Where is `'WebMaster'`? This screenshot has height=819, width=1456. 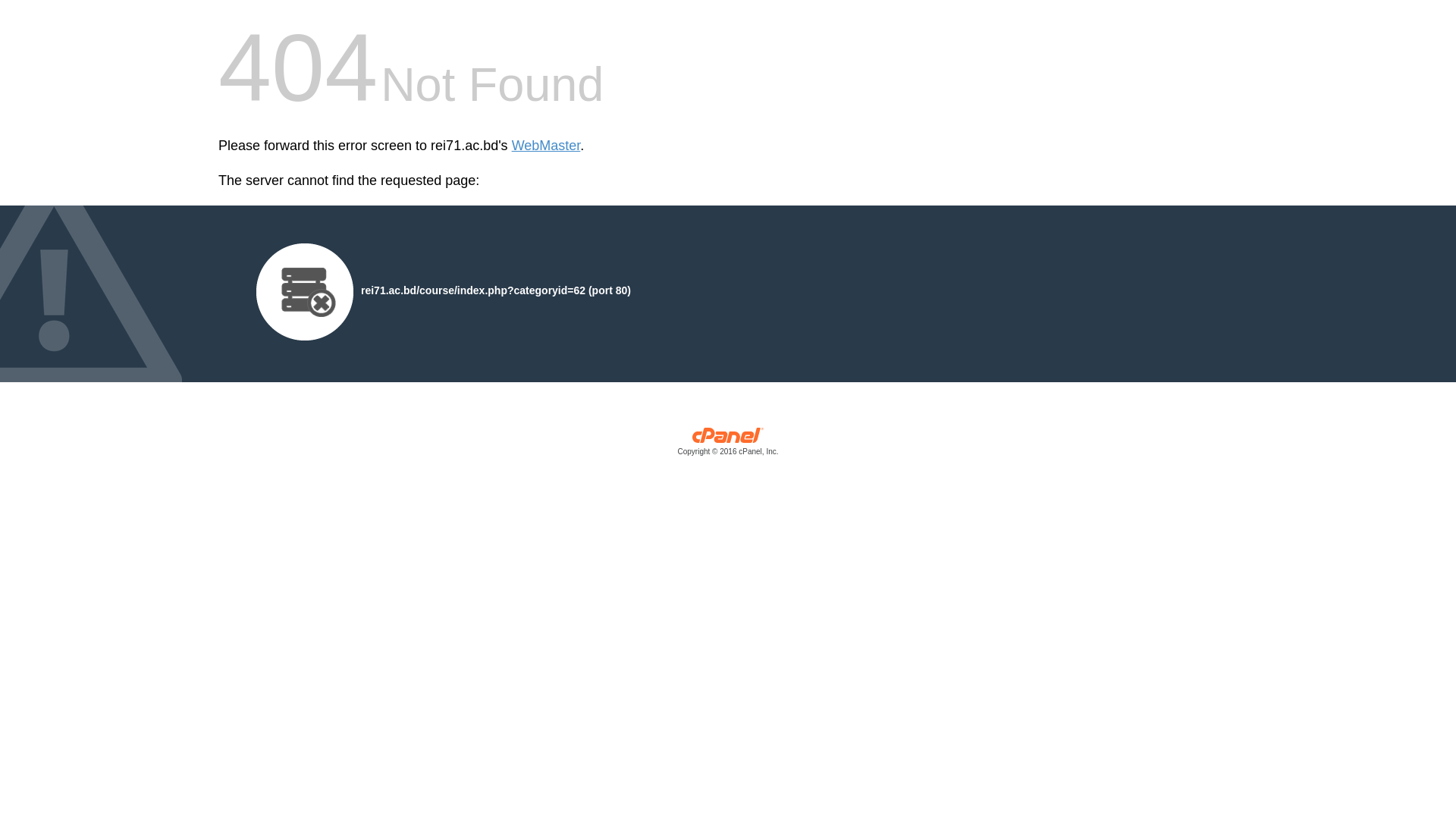
'WebMaster' is located at coordinates (546, 146).